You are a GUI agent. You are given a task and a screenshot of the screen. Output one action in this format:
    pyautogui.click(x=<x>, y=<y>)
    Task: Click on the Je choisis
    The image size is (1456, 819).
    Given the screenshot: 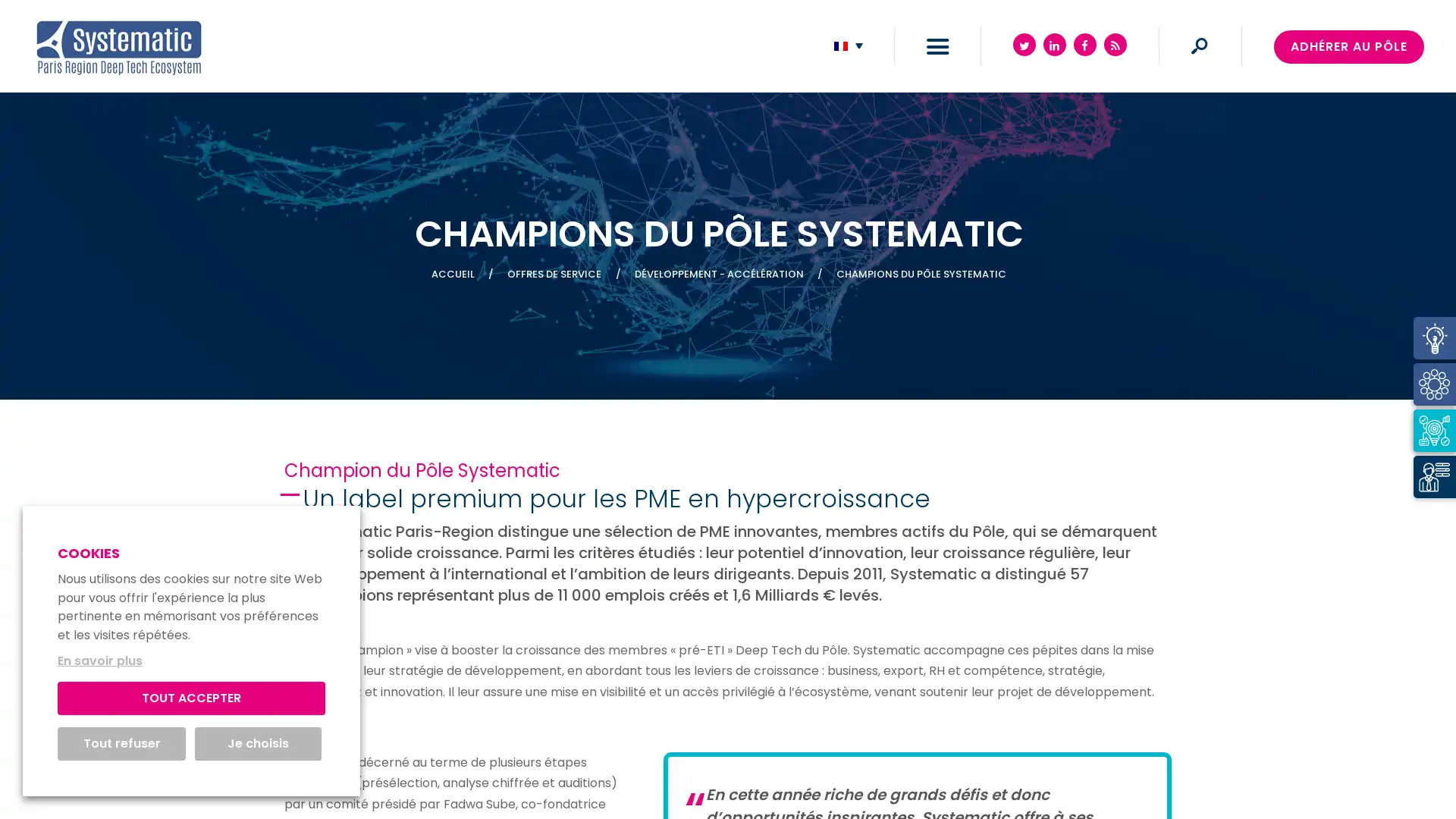 What is the action you would take?
    pyautogui.click(x=258, y=742)
    